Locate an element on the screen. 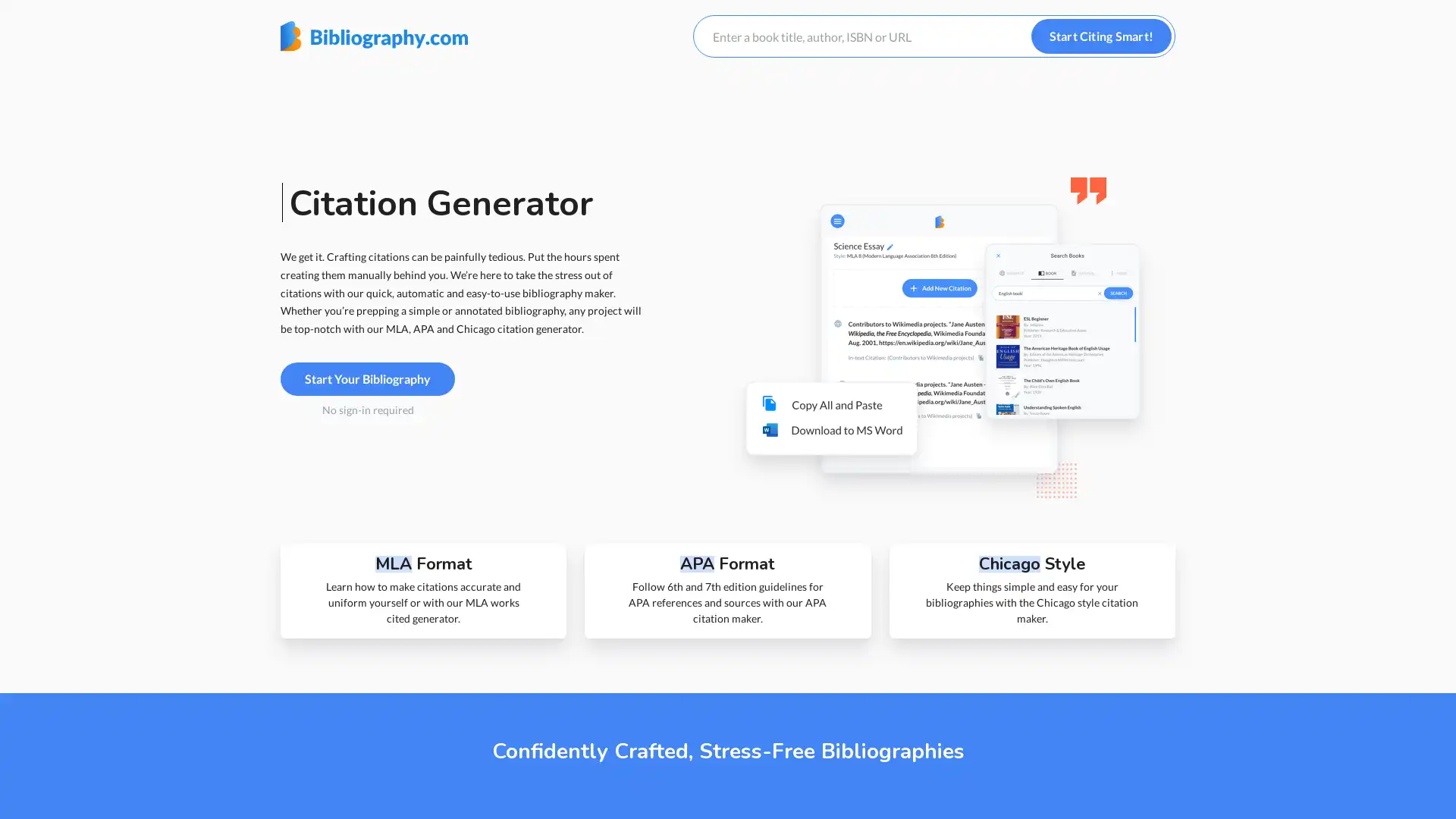 Image resolution: width=1456 pixels, height=819 pixels. Customize Settings is located at coordinates (1198, 760).